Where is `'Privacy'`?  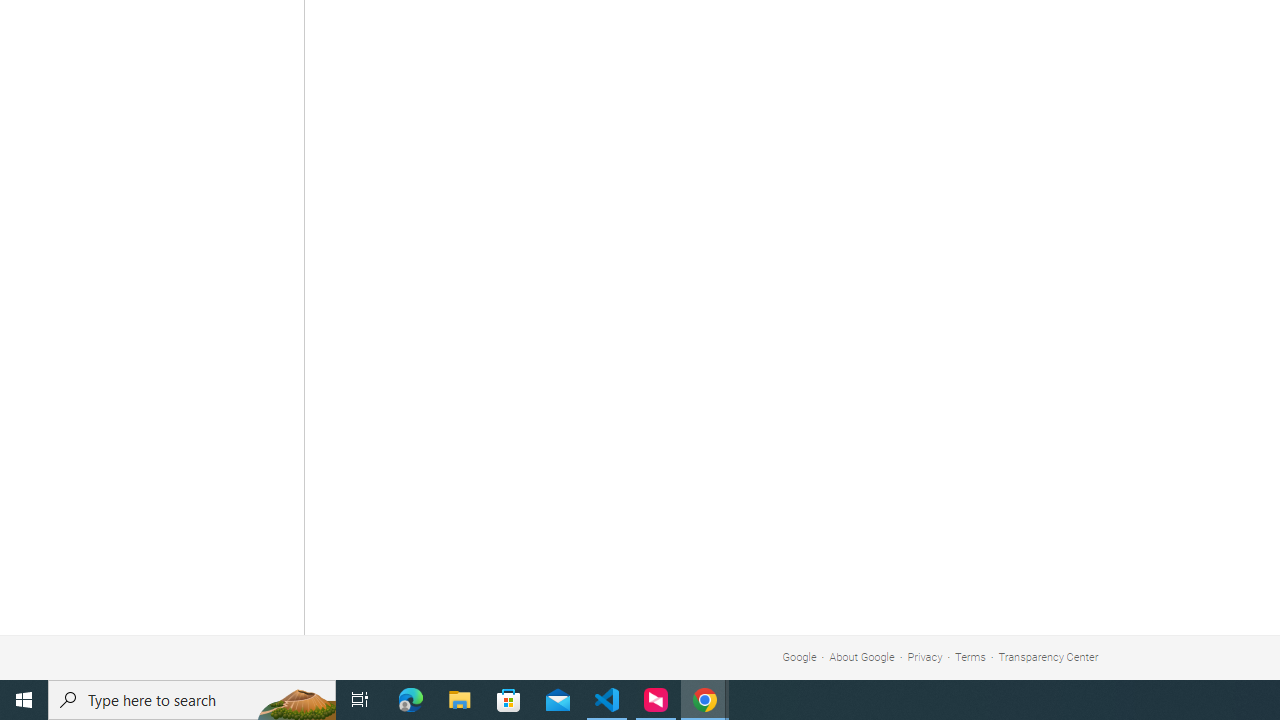
'Privacy' is located at coordinates (924, 657).